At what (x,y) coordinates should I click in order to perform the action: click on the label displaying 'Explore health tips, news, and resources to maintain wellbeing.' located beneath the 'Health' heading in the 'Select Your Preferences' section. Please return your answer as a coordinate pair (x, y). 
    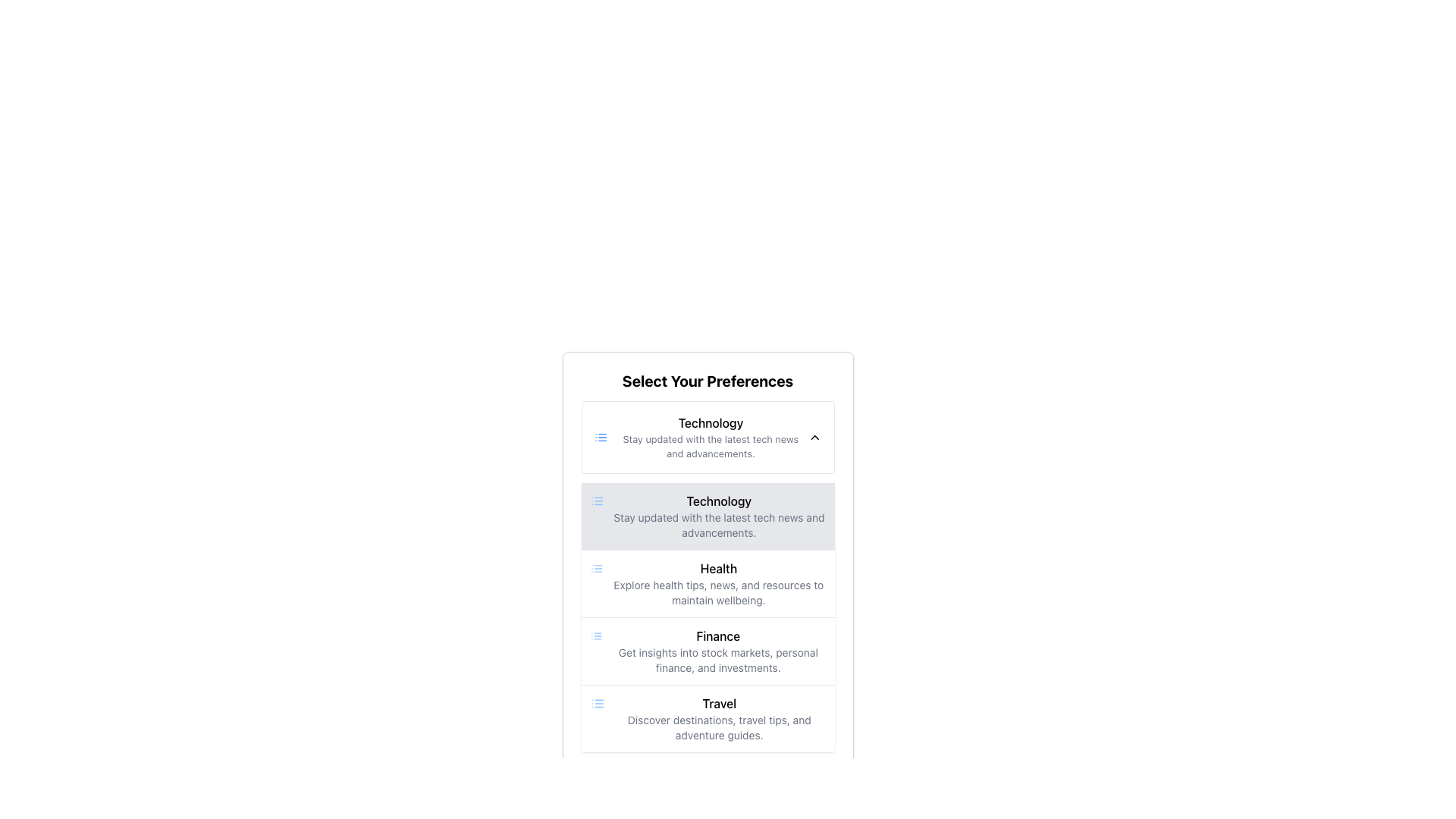
    Looking at the image, I should click on (717, 592).